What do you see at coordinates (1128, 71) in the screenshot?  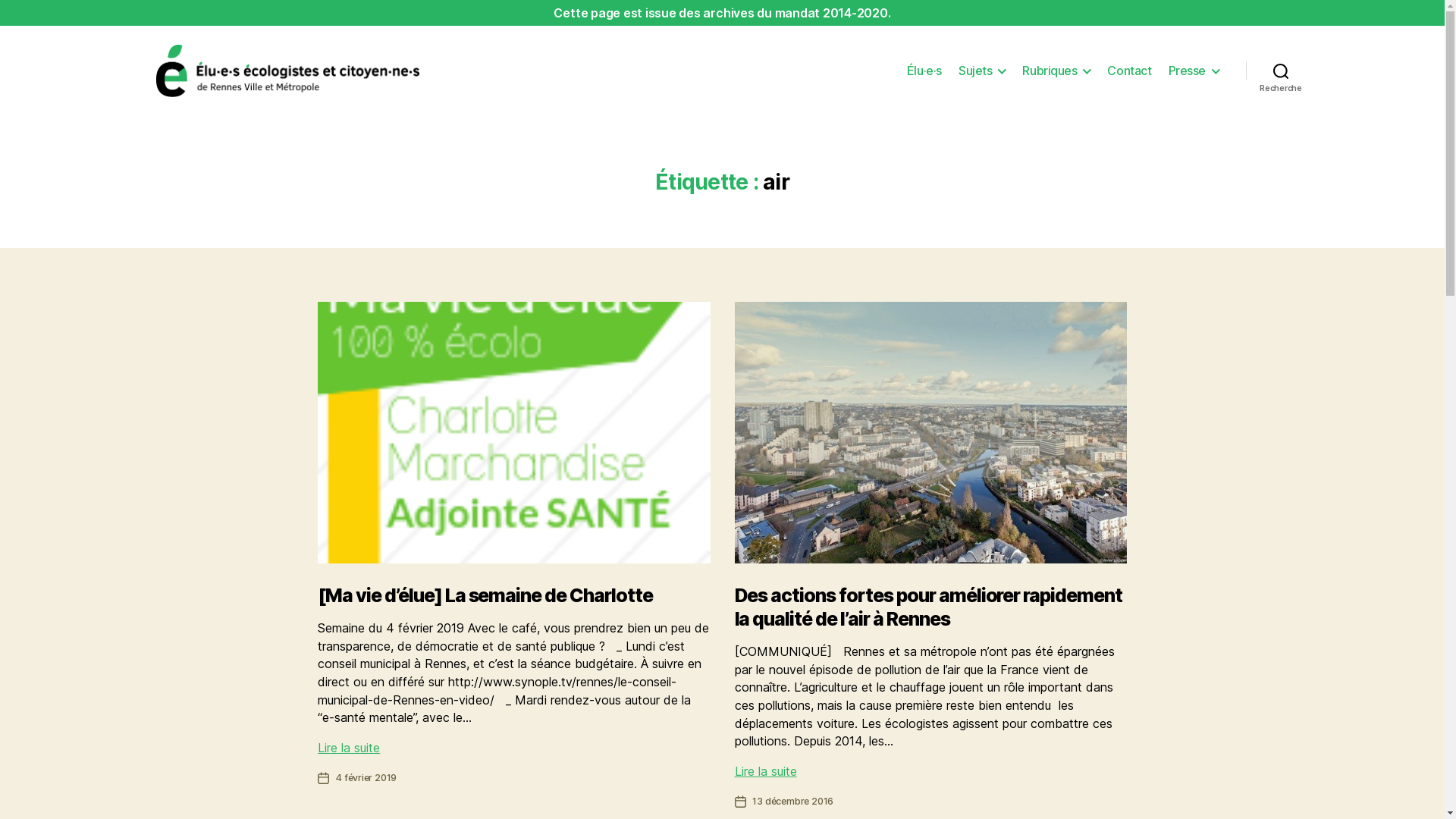 I see `'Contact'` at bounding box center [1128, 71].